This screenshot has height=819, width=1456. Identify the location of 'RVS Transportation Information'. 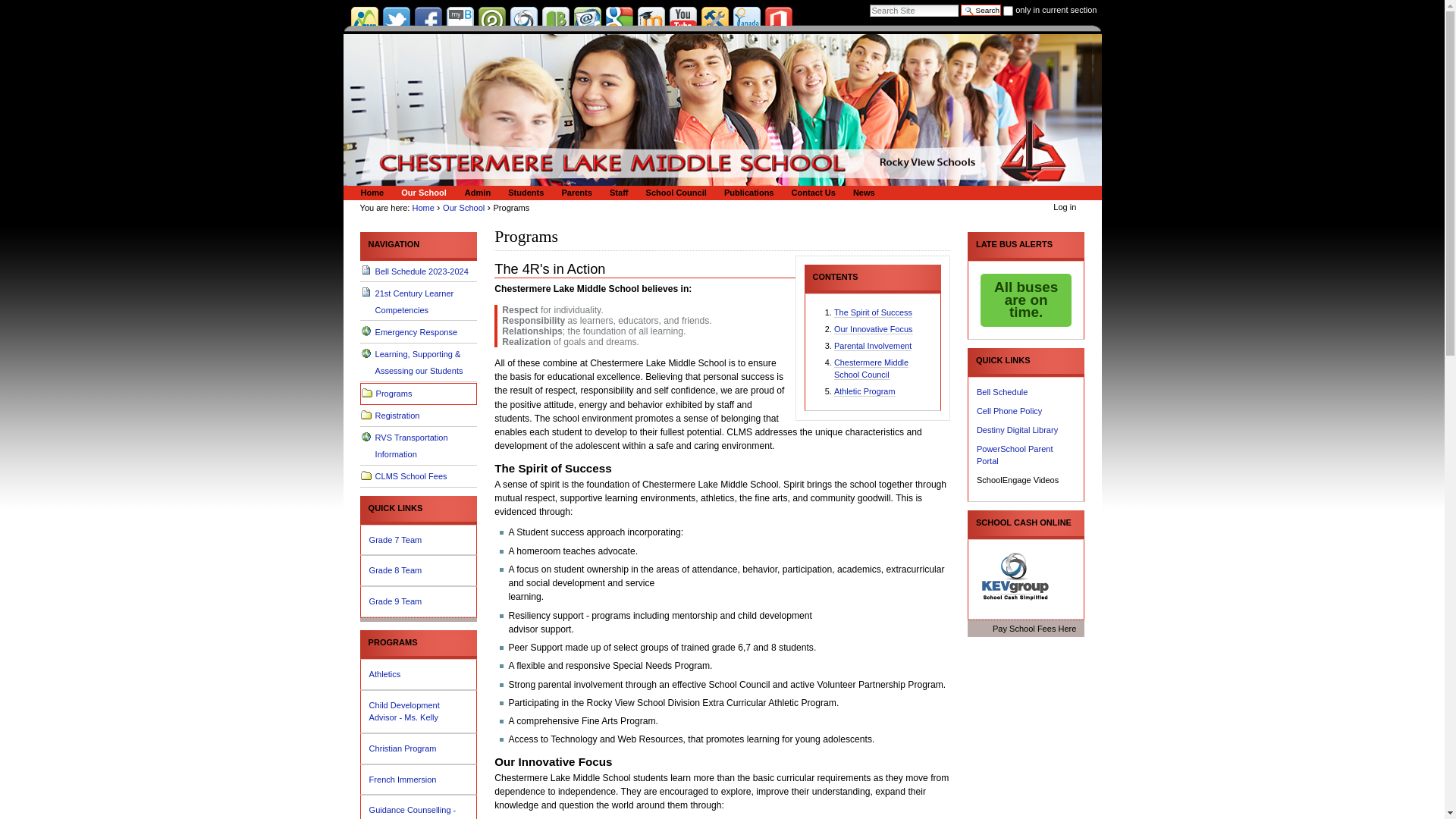
(419, 446).